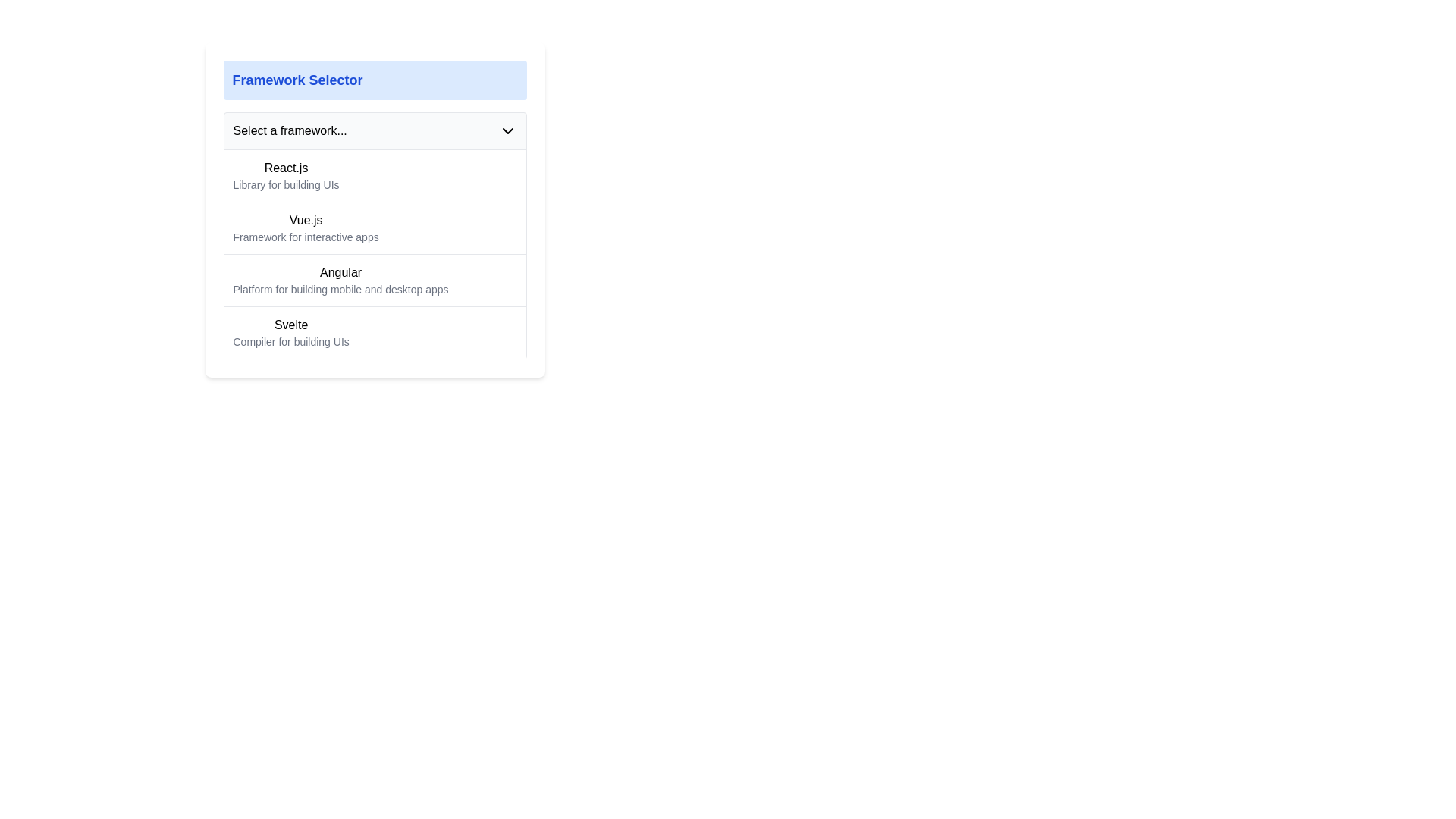  Describe the element at coordinates (375, 280) in the screenshot. I see `the 'Angular' option` at that location.